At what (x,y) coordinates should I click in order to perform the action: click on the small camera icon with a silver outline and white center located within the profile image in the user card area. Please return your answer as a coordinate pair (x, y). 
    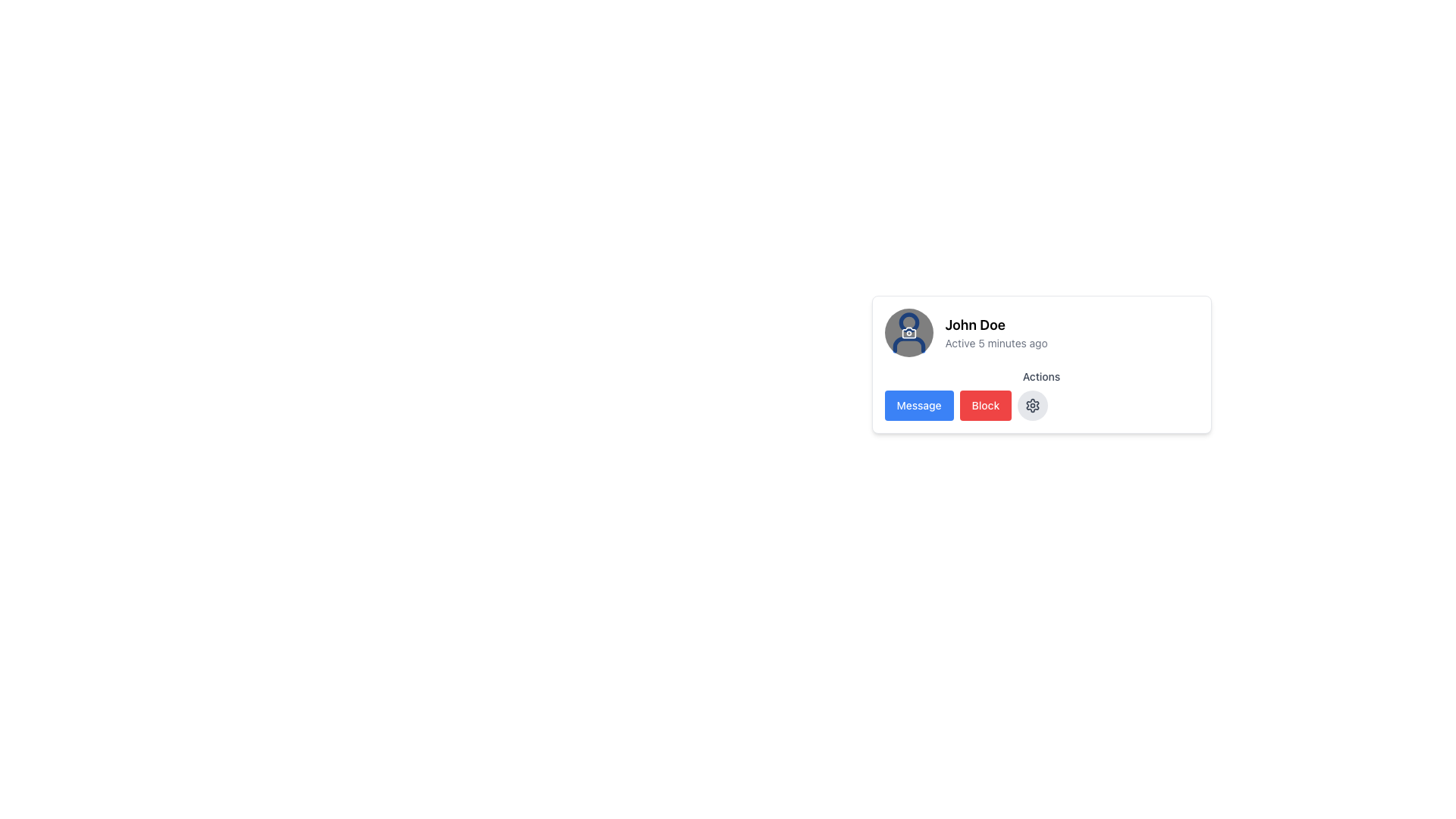
    Looking at the image, I should click on (908, 332).